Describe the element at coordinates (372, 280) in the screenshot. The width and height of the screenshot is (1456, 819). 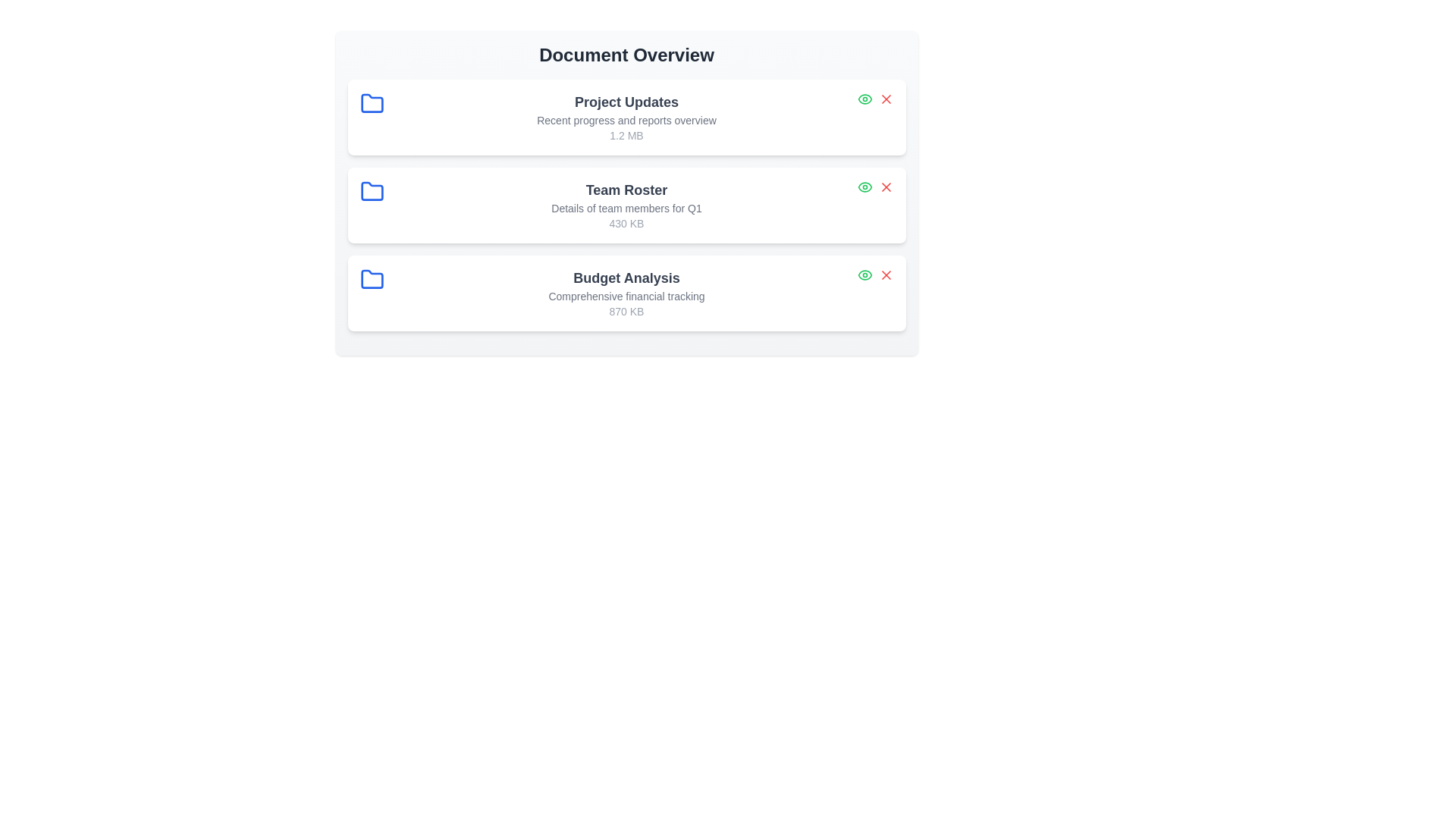
I see `the folder icon corresponding to Budget Analysis to provide visual feedback` at that location.